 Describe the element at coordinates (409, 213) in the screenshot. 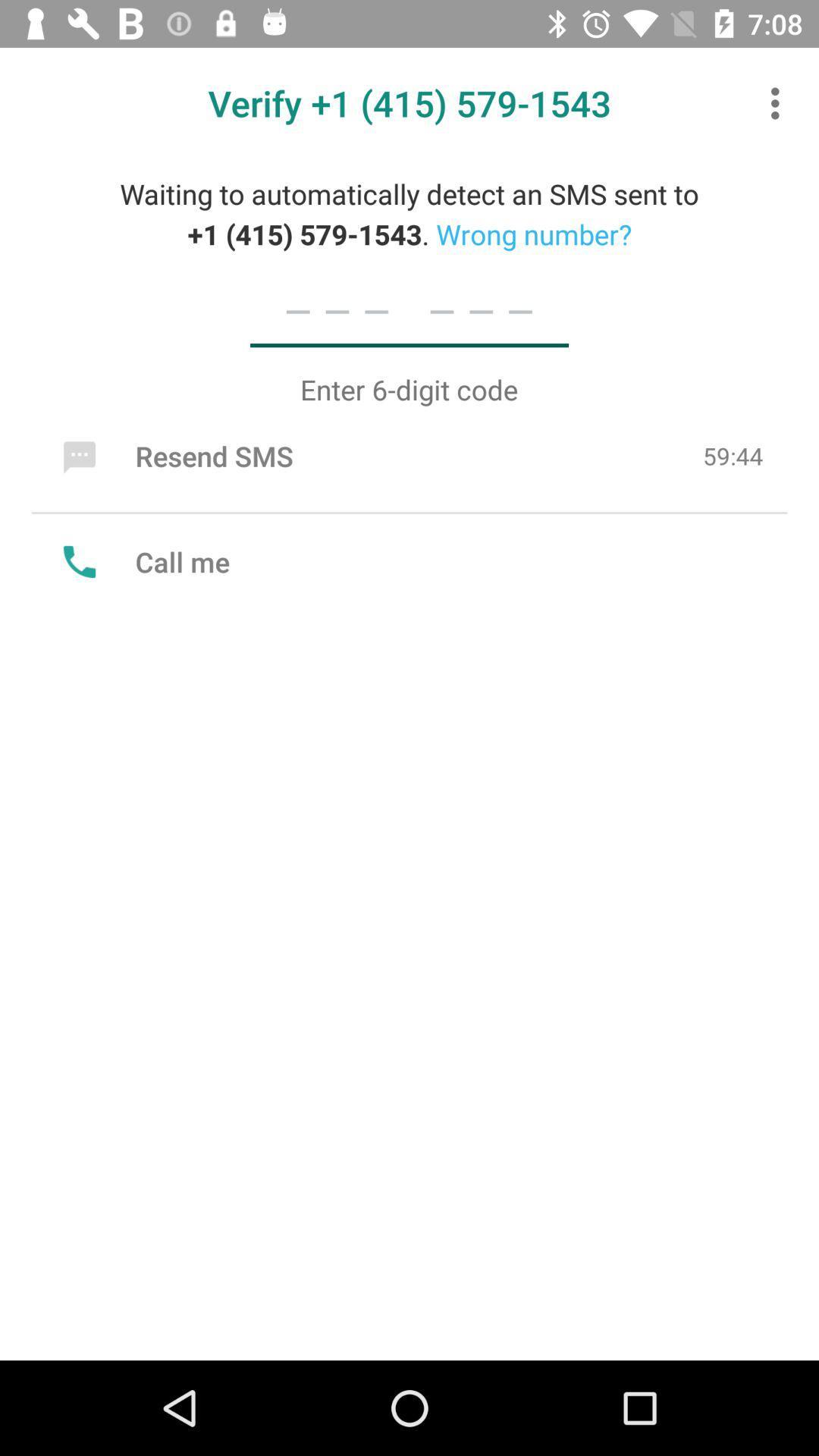

I see `waiting to automatically icon` at that location.